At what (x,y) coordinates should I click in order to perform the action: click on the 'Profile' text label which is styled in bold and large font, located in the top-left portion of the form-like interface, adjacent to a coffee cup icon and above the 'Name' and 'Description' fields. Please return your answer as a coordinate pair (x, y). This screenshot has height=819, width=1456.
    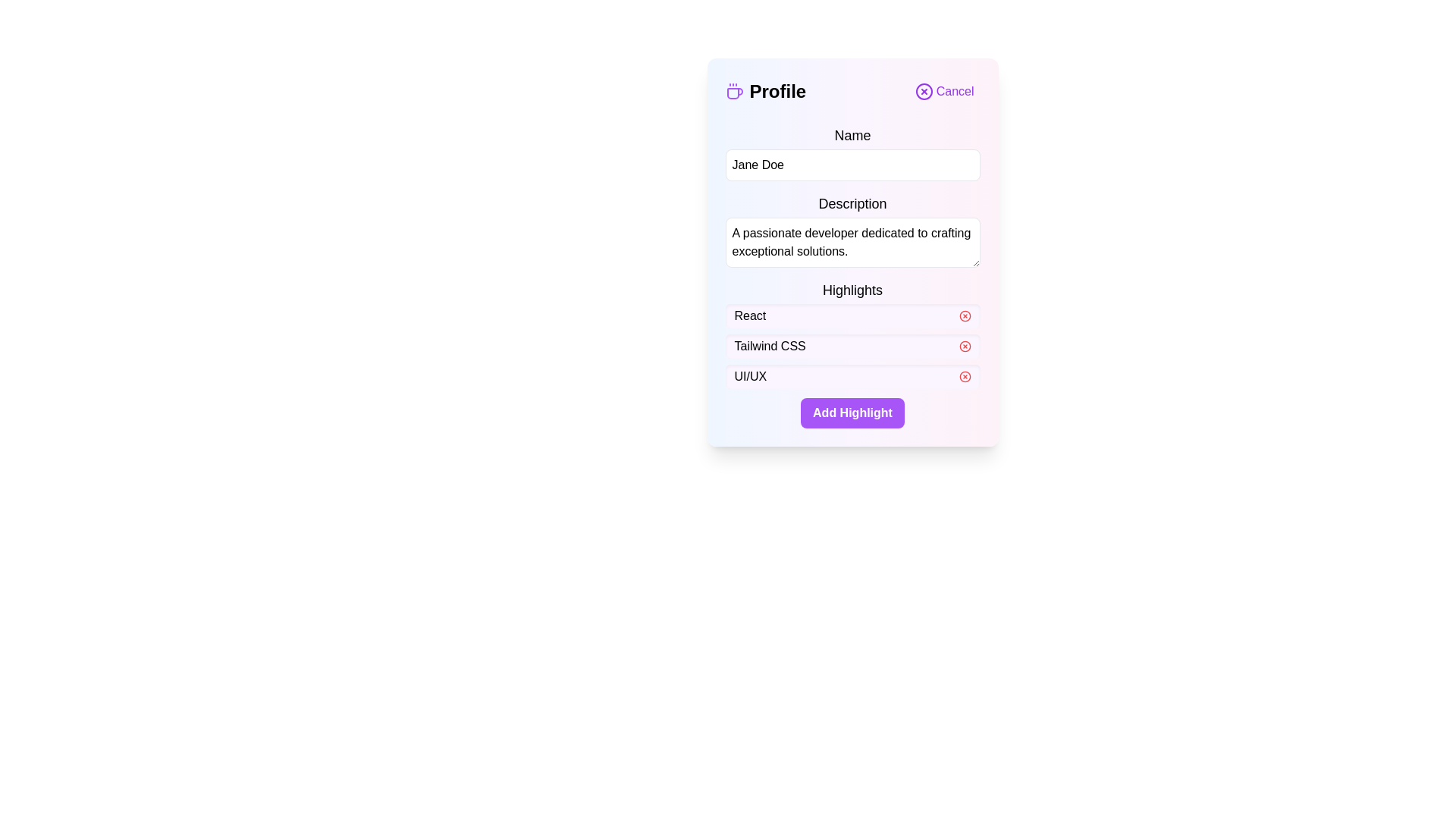
    Looking at the image, I should click on (765, 91).